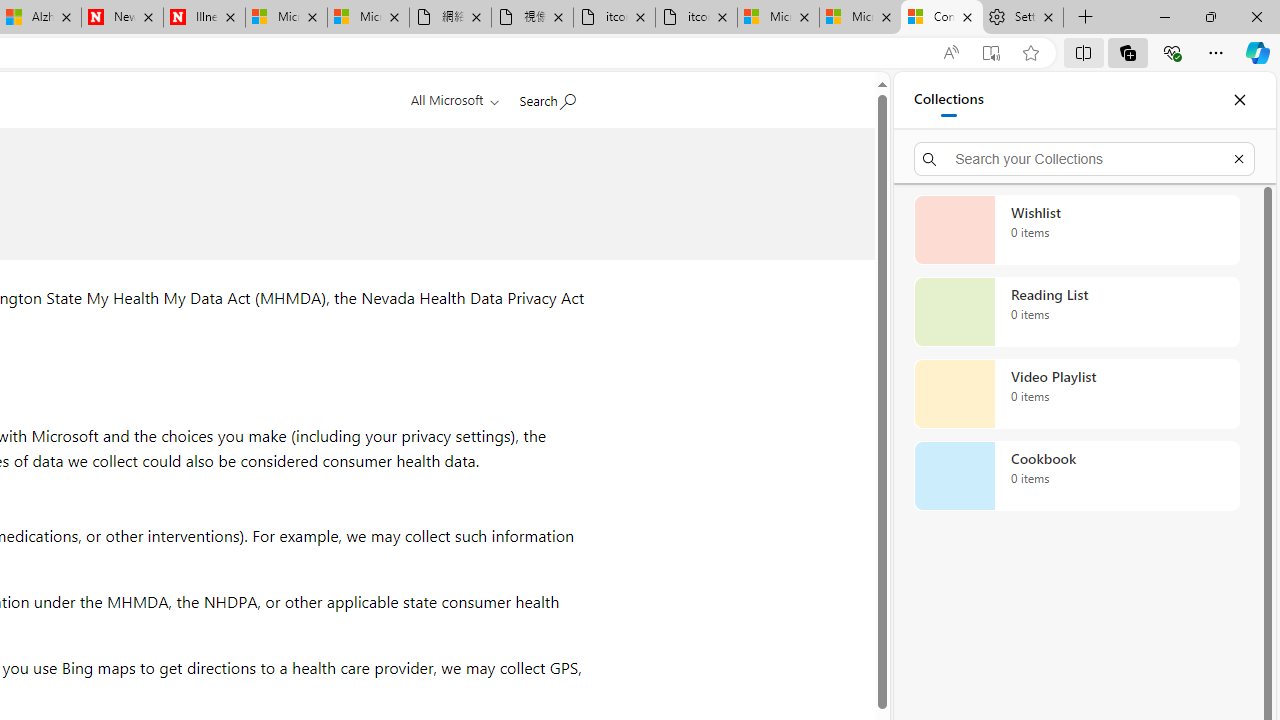 The image size is (1280, 720). What do you see at coordinates (1238, 158) in the screenshot?
I see `'Exit search'` at bounding box center [1238, 158].